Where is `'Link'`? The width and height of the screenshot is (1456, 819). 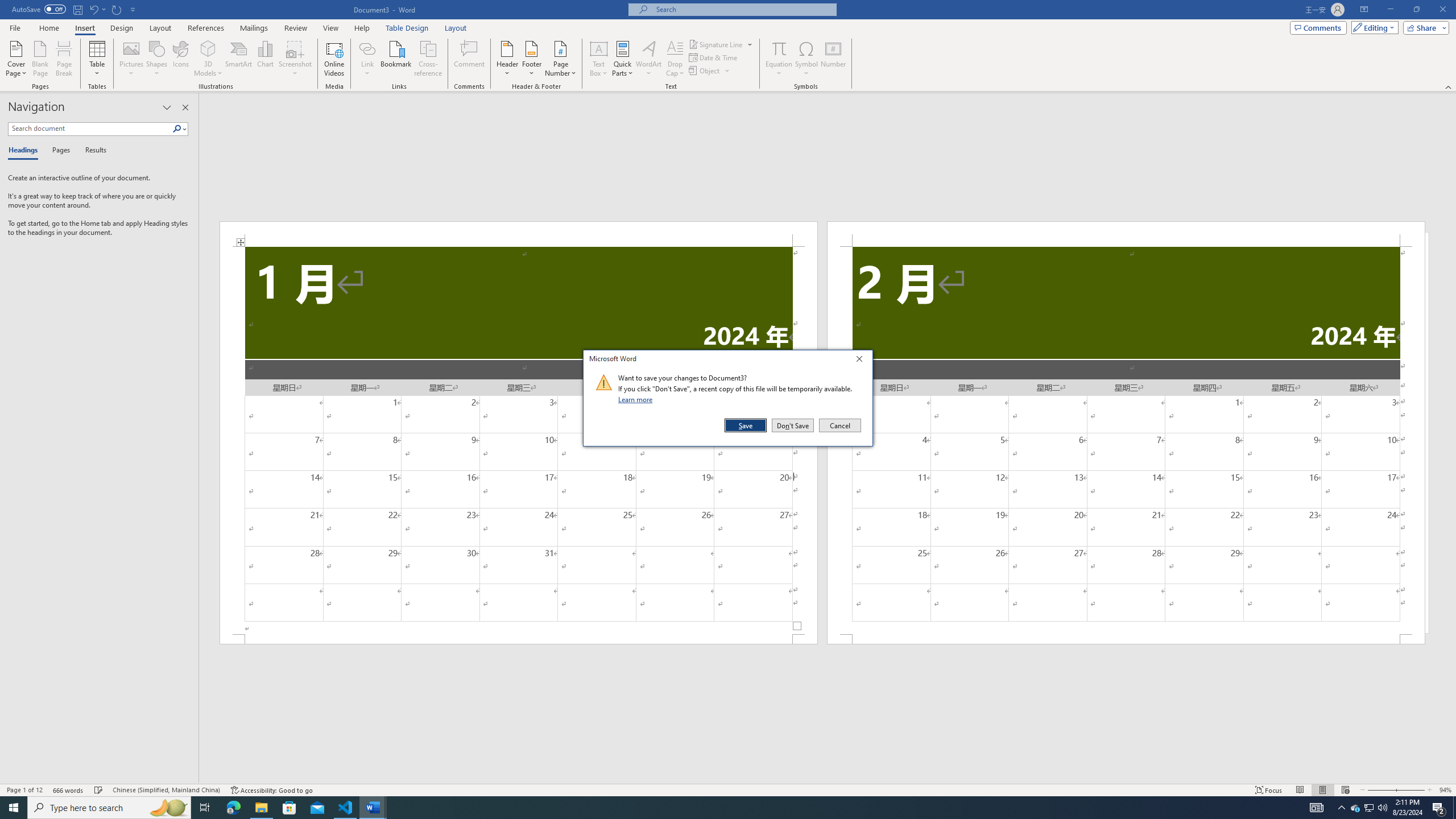 'Link' is located at coordinates (367, 48).